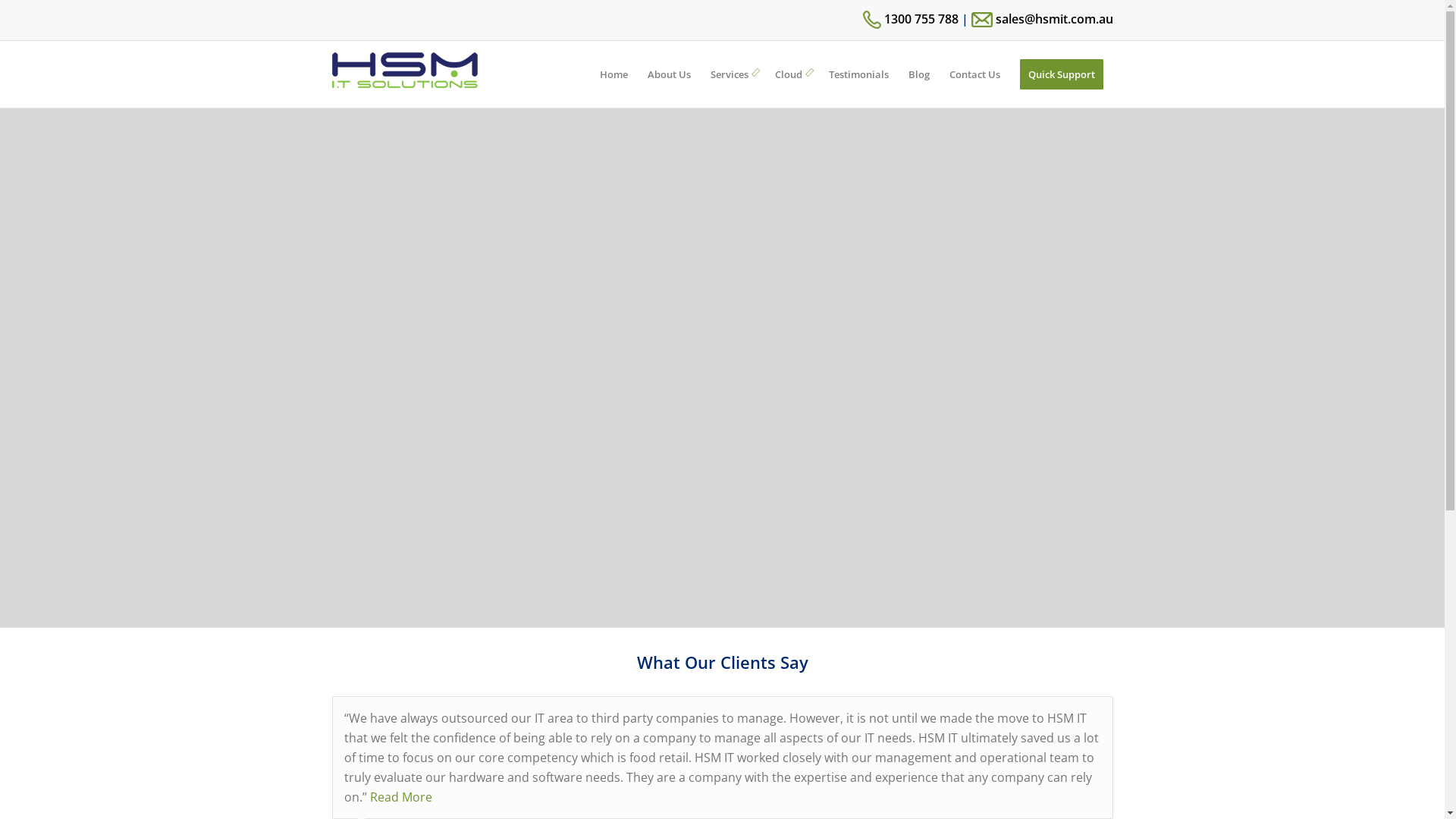  Describe the element at coordinates (733, 74) in the screenshot. I see `'Services'` at that location.